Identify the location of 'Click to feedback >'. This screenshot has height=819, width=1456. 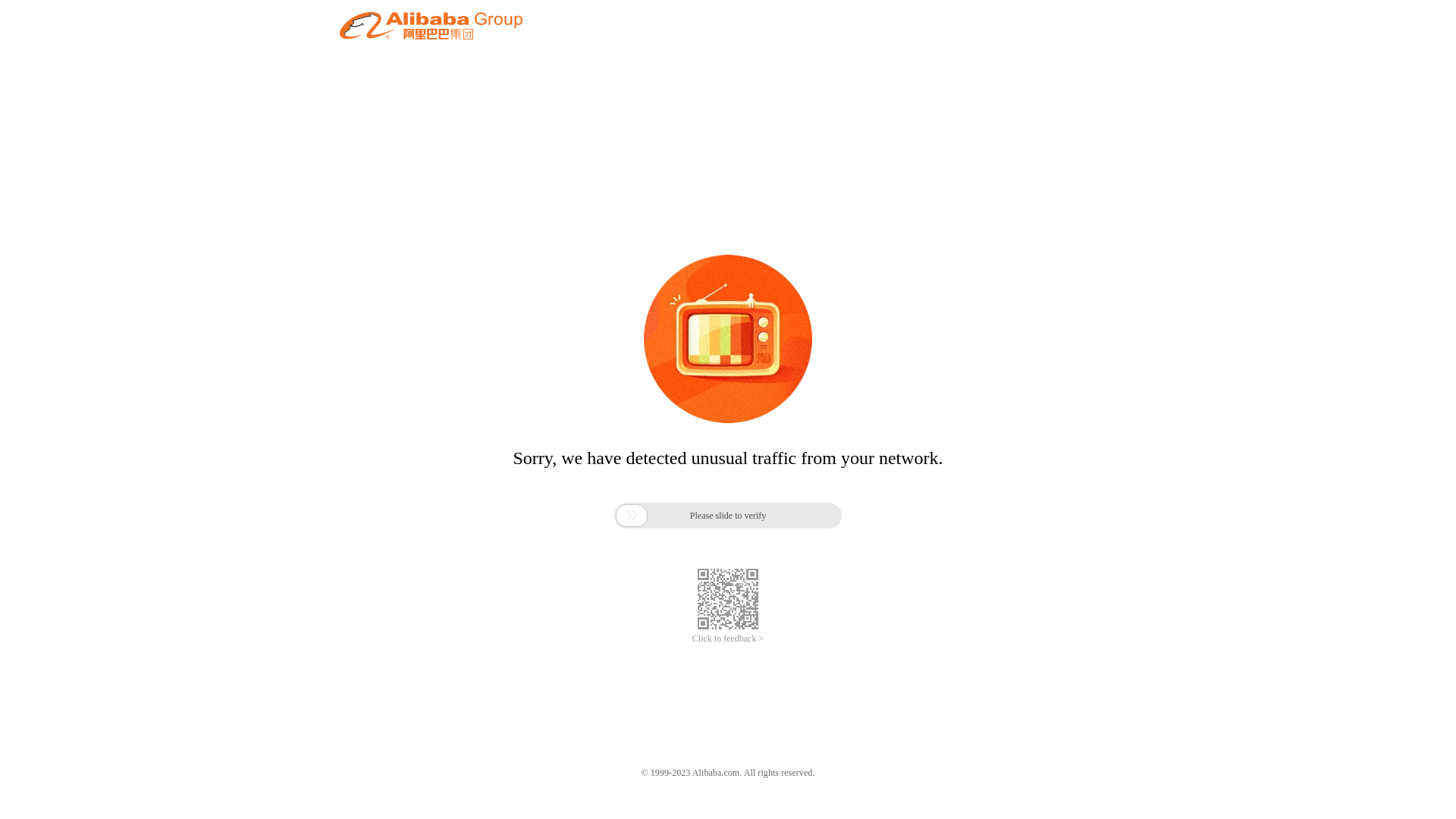
(691, 639).